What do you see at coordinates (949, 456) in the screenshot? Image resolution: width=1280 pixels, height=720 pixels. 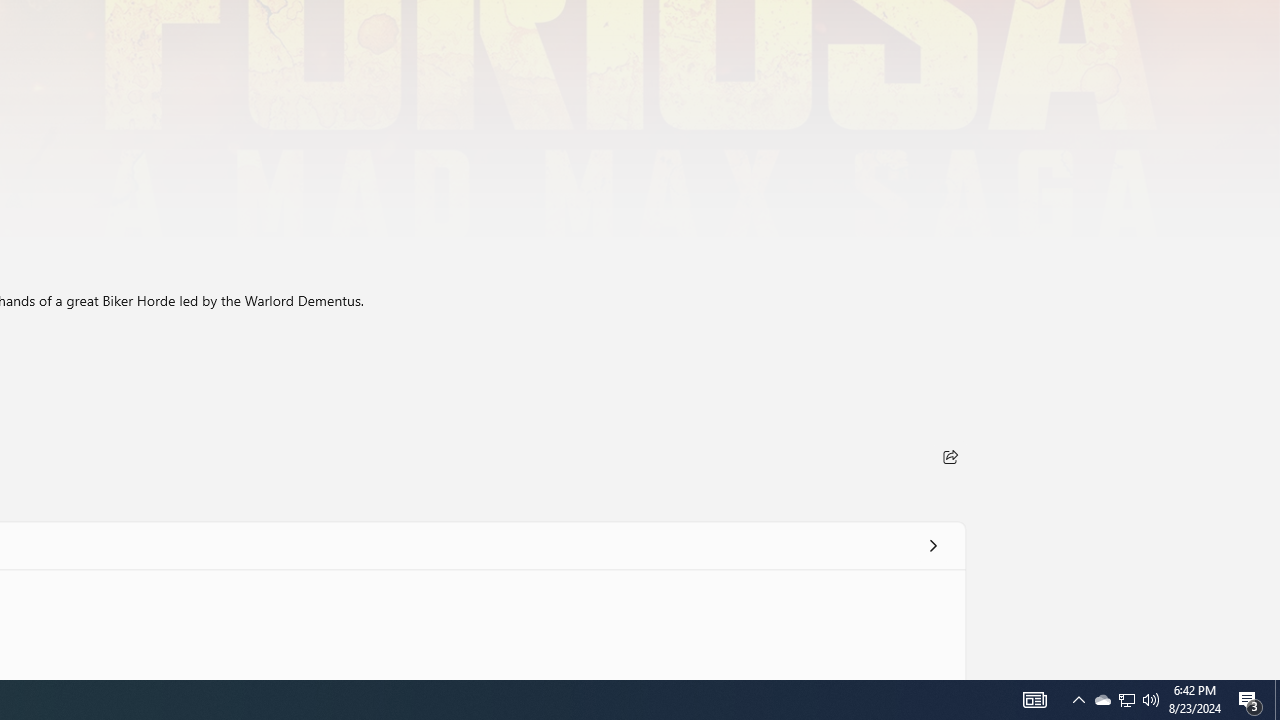 I see `'Share'` at bounding box center [949, 456].